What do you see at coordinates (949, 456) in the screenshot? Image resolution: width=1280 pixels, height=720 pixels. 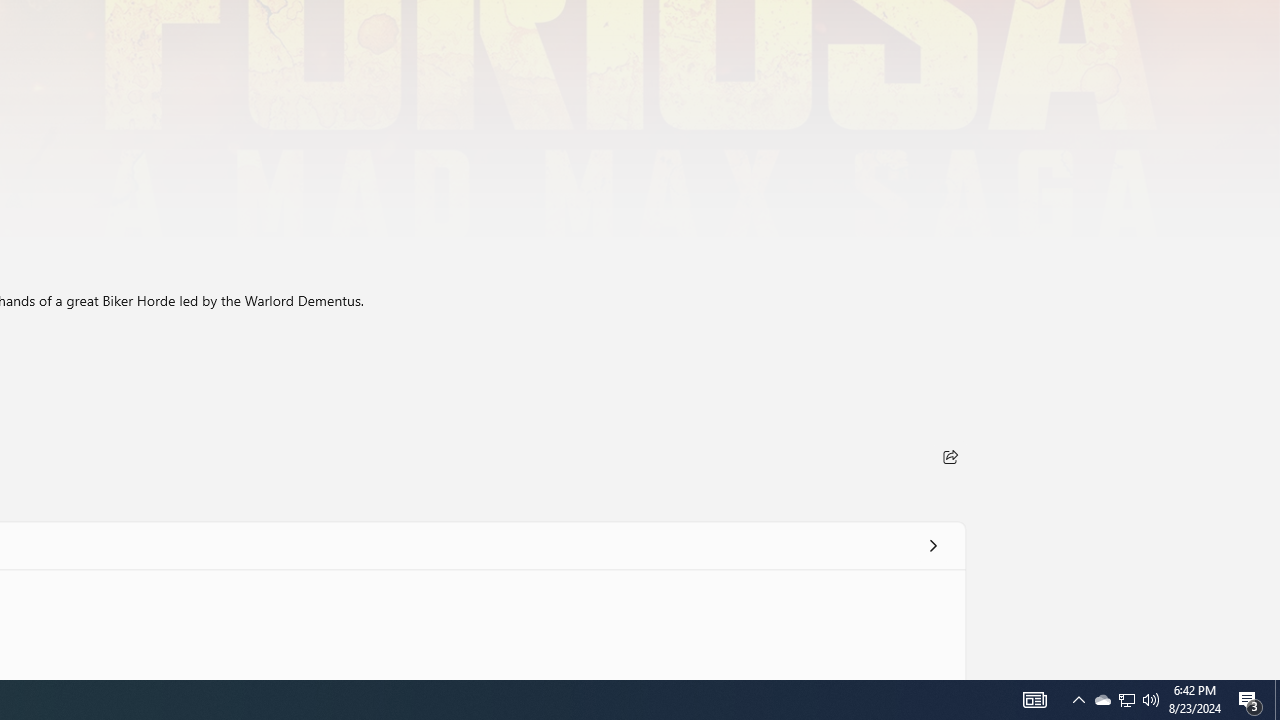 I see `'Share'` at bounding box center [949, 456].